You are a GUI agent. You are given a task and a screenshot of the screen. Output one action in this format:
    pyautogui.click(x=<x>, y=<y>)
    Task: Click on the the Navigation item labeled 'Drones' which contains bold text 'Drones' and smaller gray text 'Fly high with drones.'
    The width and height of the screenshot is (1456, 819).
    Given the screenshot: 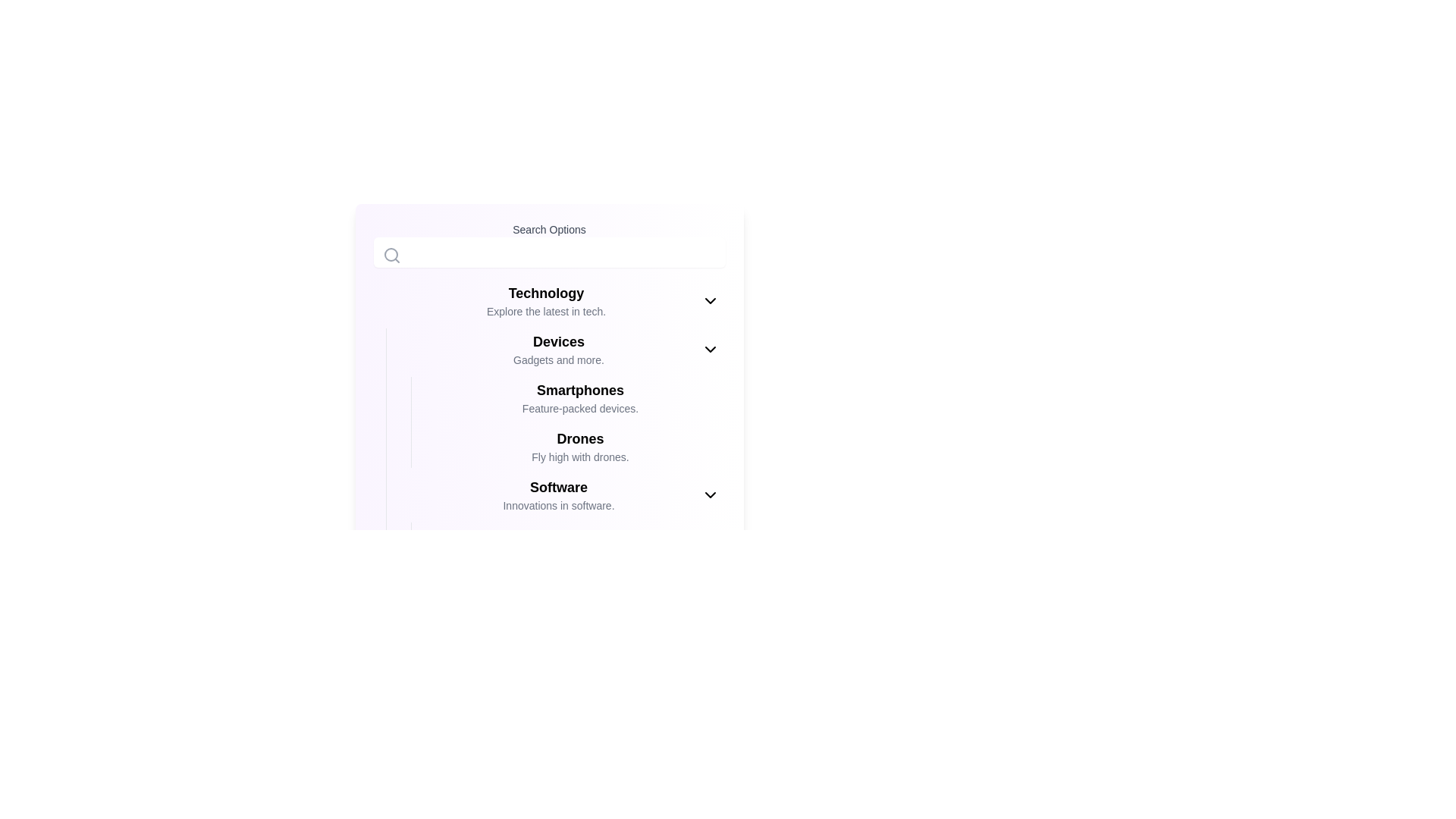 What is the action you would take?
    pyautogui.click(x=573, y=446)
    